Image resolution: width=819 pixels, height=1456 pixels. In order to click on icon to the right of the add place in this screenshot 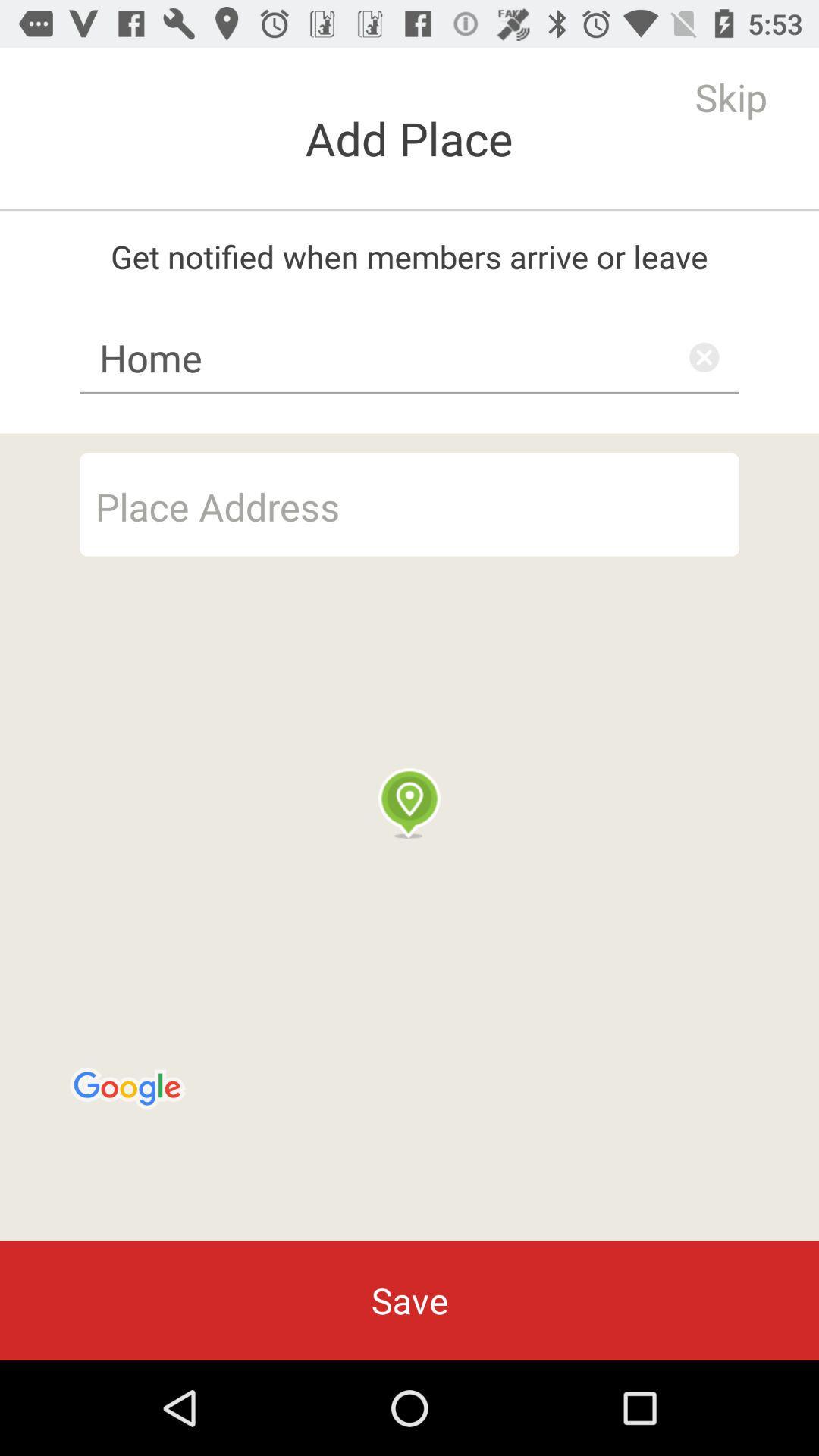, I will do `click(730, 96)`.